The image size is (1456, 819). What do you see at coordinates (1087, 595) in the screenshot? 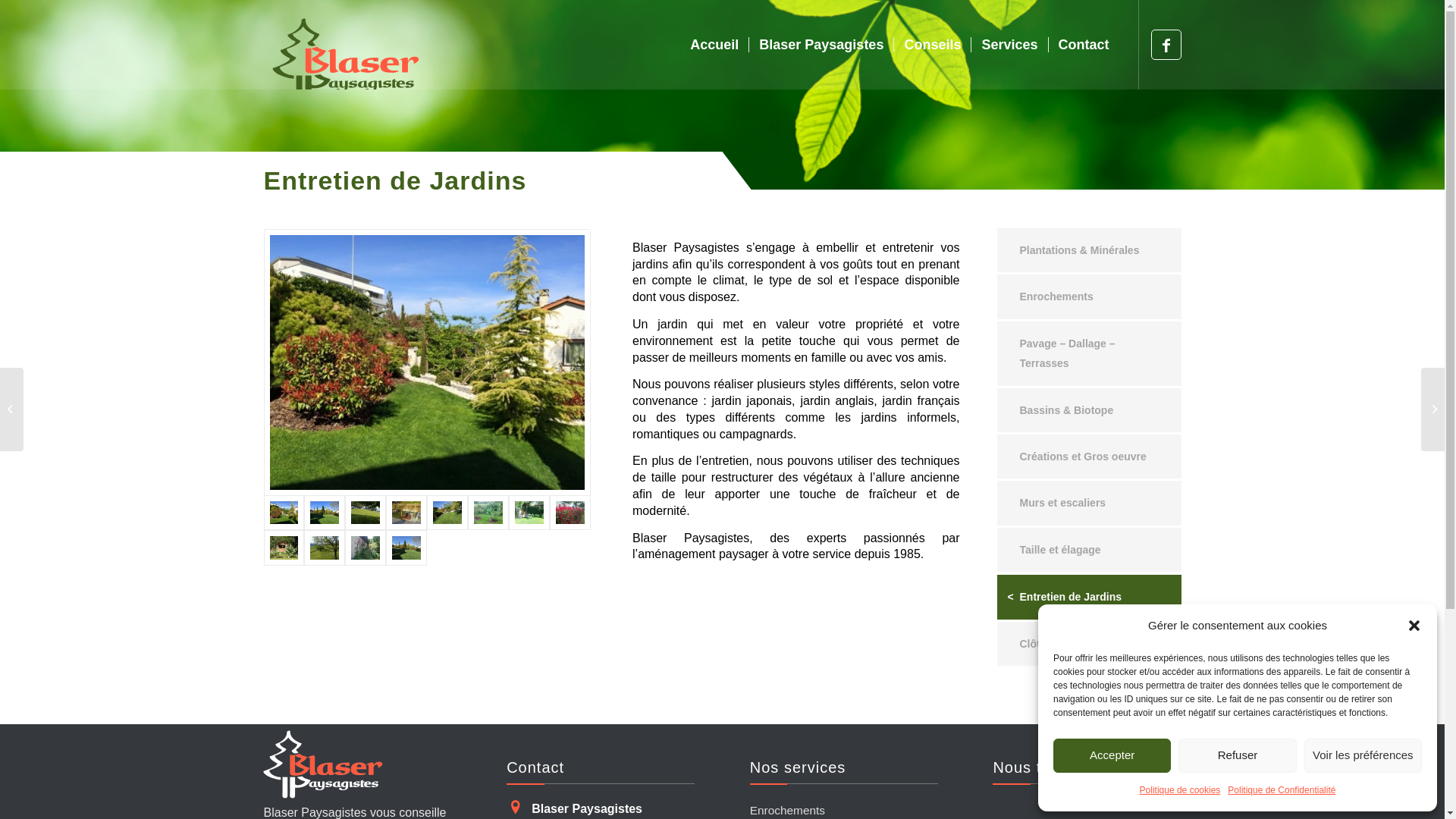
I see `'Entretien de Jardins'` at bounding box center [1087, 595].